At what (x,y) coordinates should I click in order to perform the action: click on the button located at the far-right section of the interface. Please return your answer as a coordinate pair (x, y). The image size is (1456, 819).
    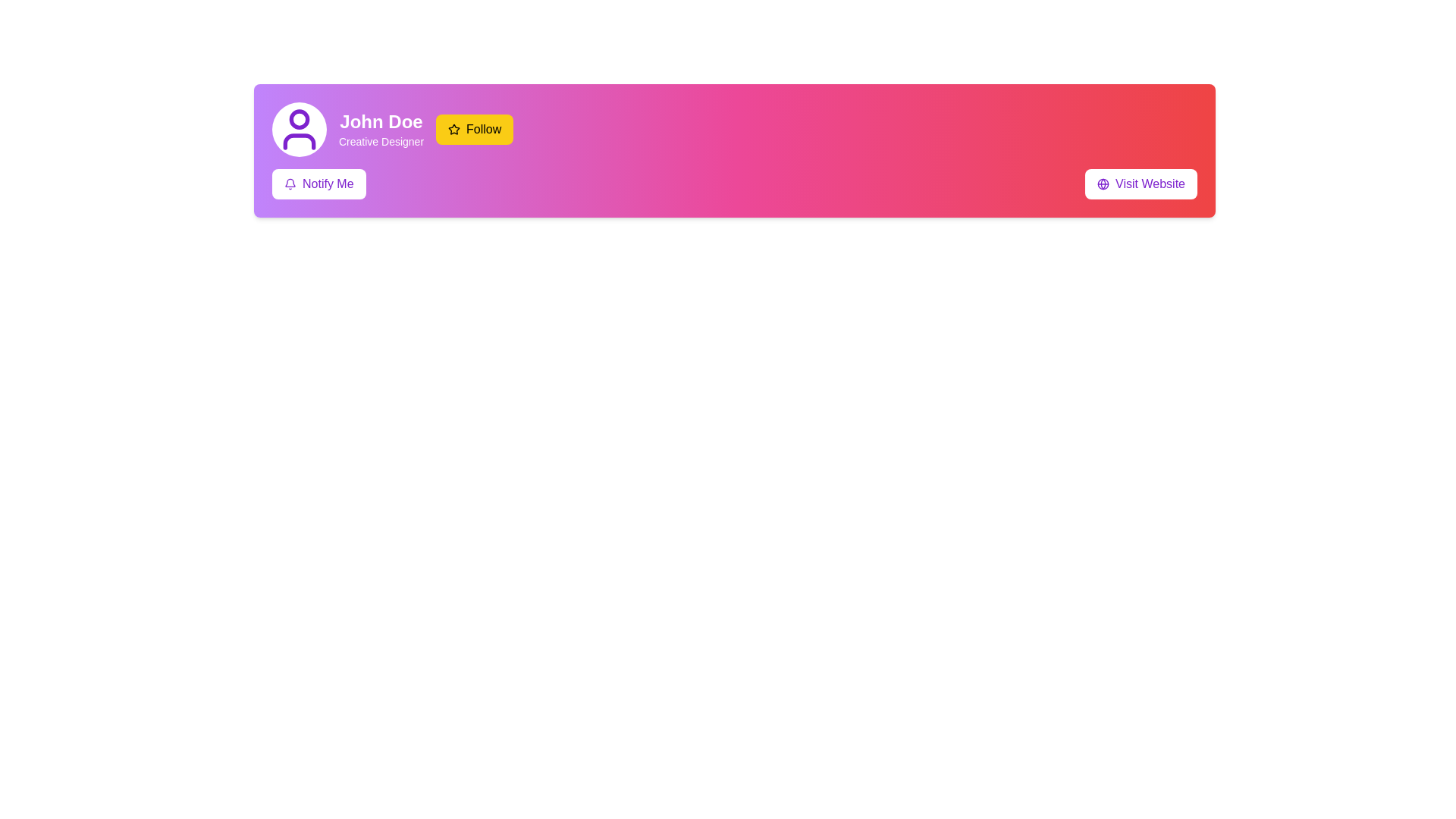
    Looking at the image, I should click on (1141, 184).